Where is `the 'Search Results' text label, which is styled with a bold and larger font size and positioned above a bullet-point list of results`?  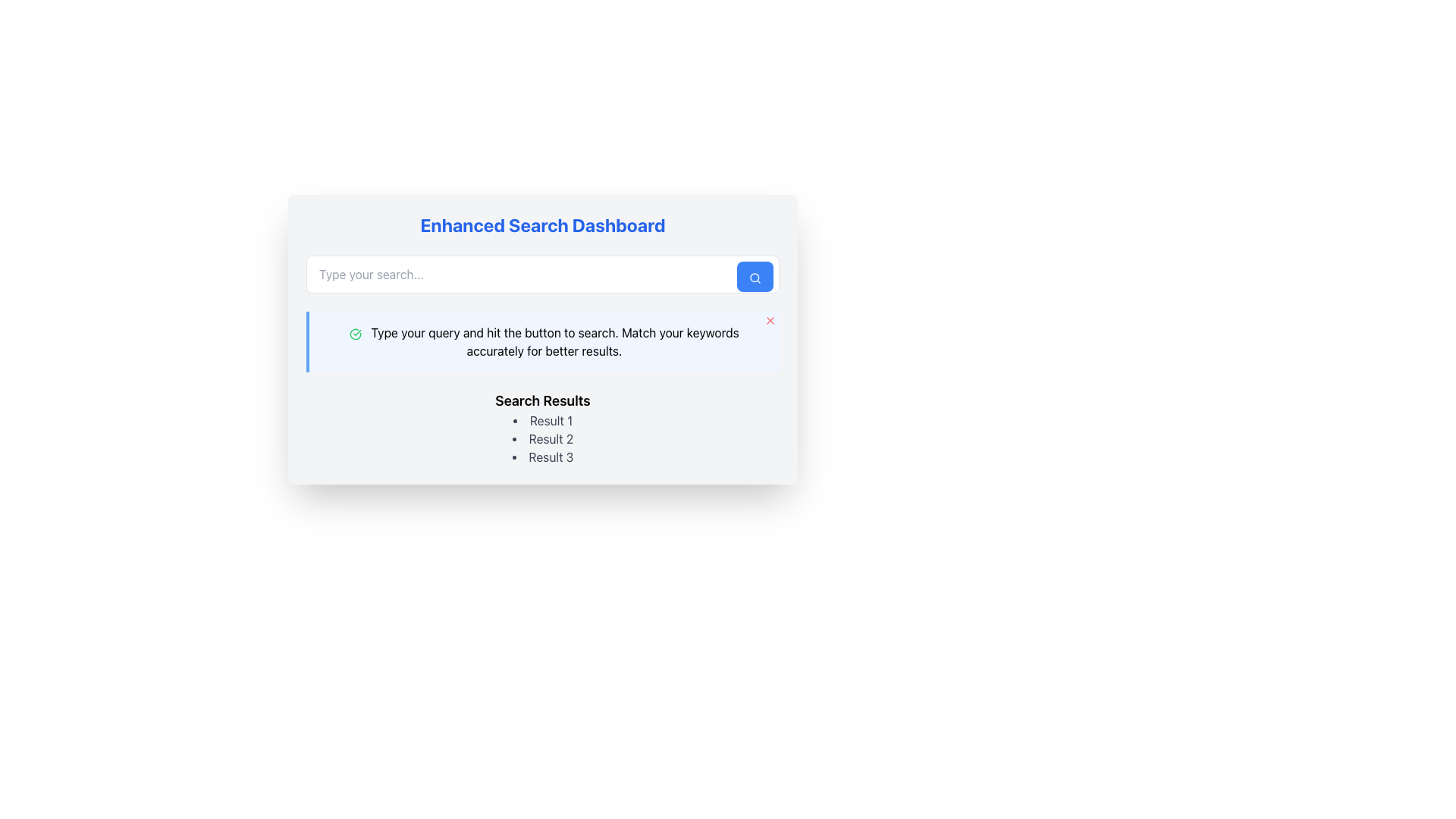
the 'Search Results' text label, which is styled with a bold and larger font size and positioned above a bullet-point list of results is located at coordinates (542, 400).